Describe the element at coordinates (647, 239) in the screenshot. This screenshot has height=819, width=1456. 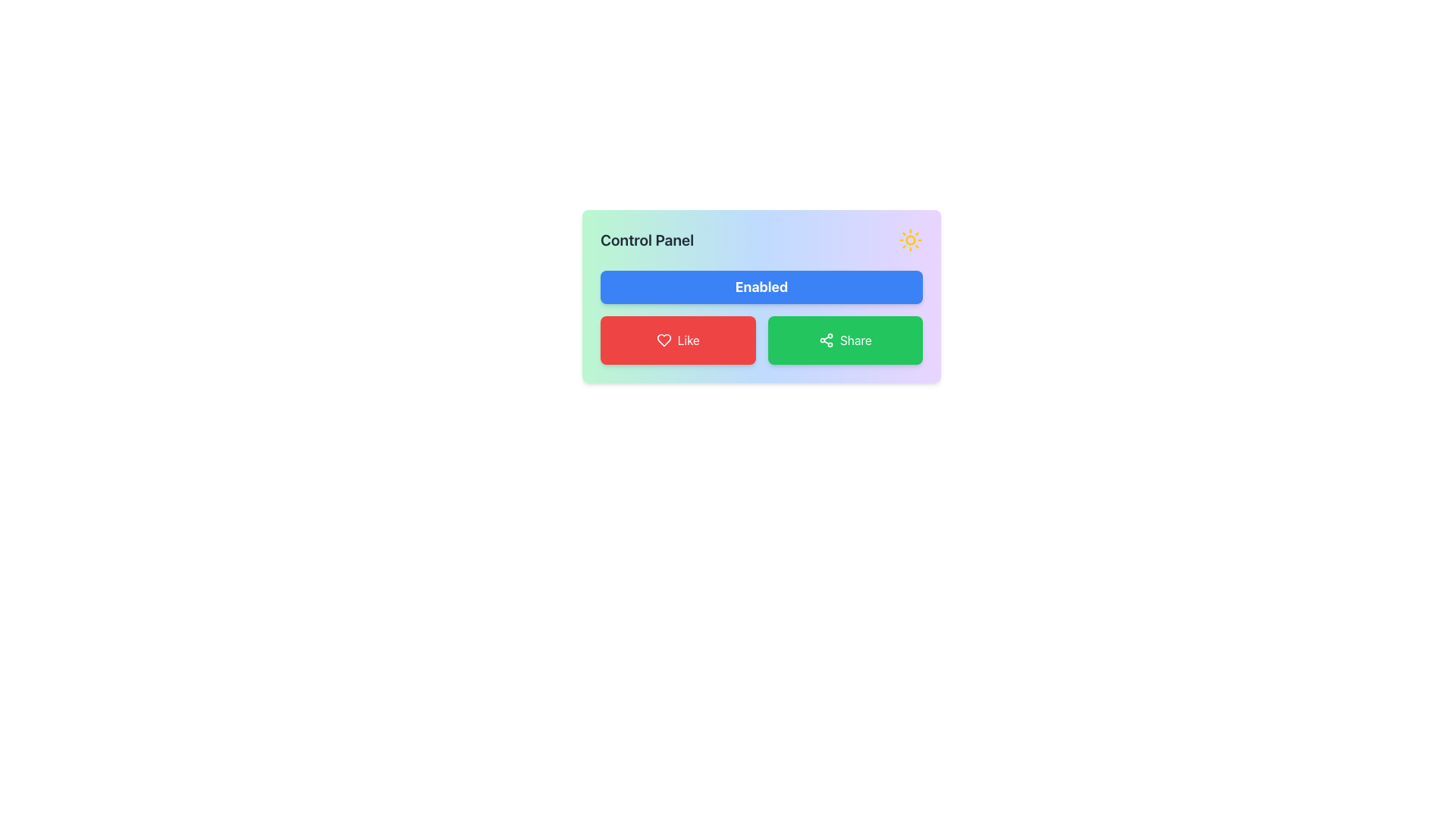
I see `the 'Control Panel' text element, which is styled with a bold font and located in the upper-left part of the panel` at that location.